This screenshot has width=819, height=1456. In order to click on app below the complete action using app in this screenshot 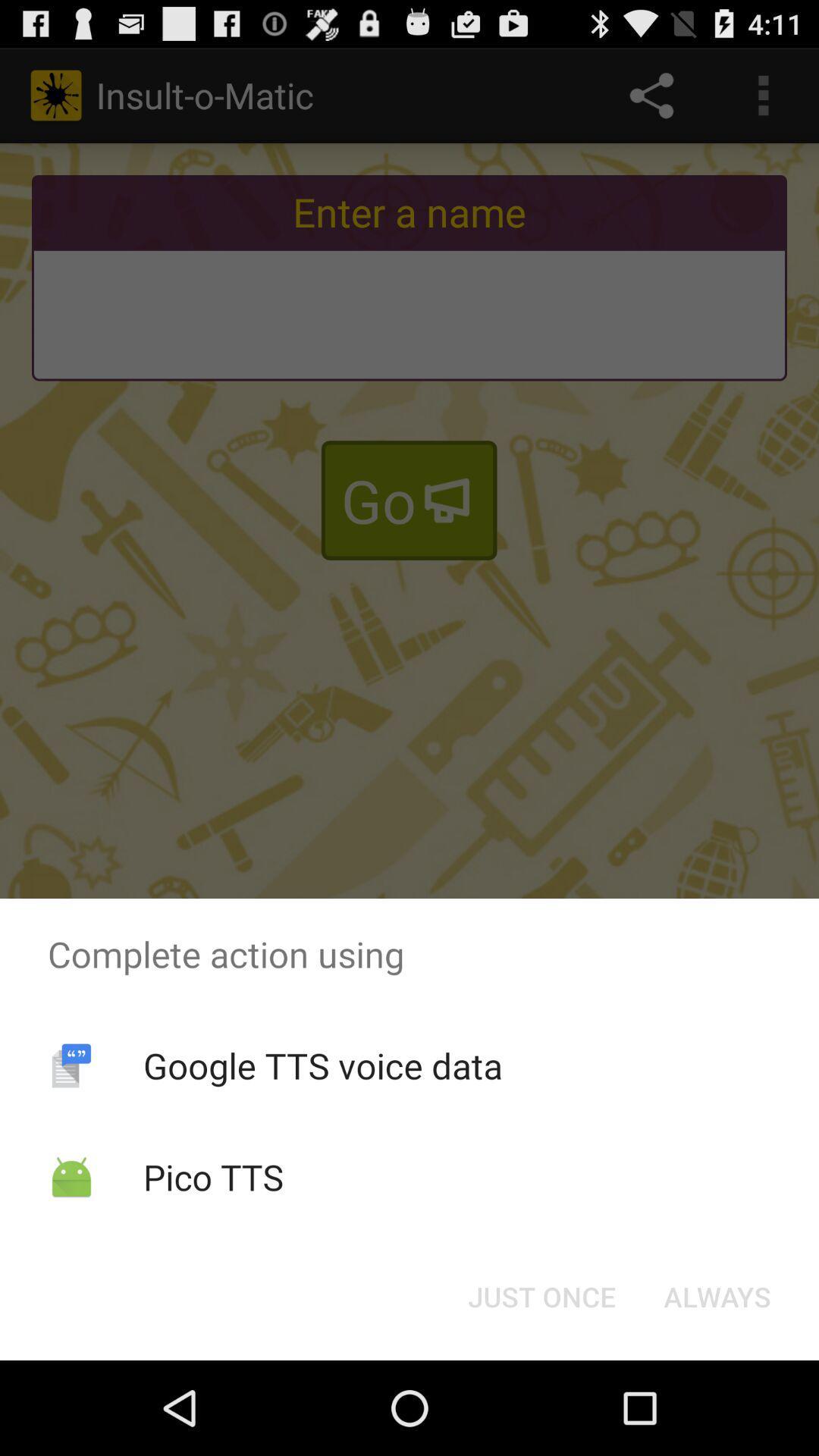, I will do `click(717, 1295)`.